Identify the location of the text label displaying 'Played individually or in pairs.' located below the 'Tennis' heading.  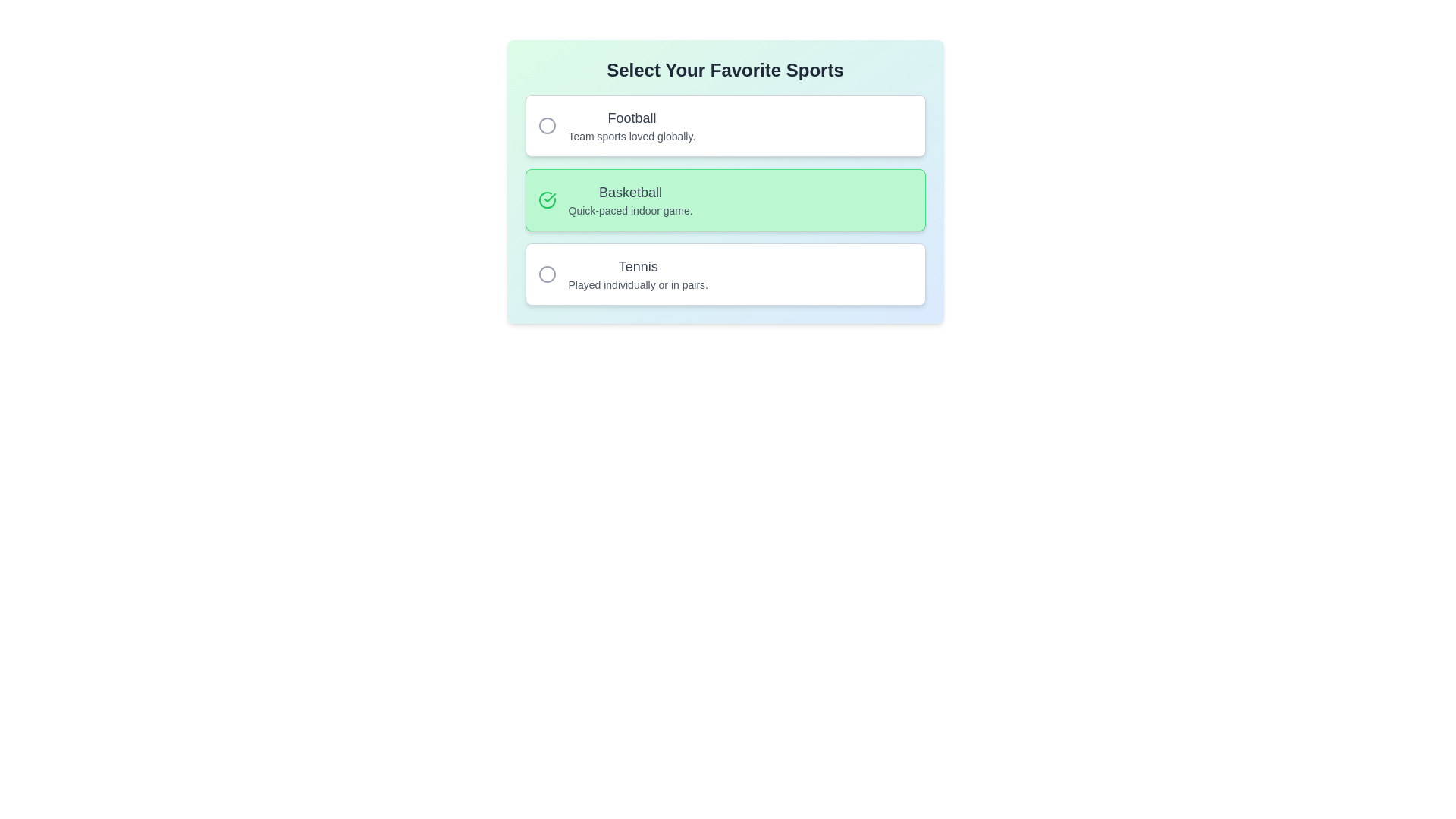
(638, 284).